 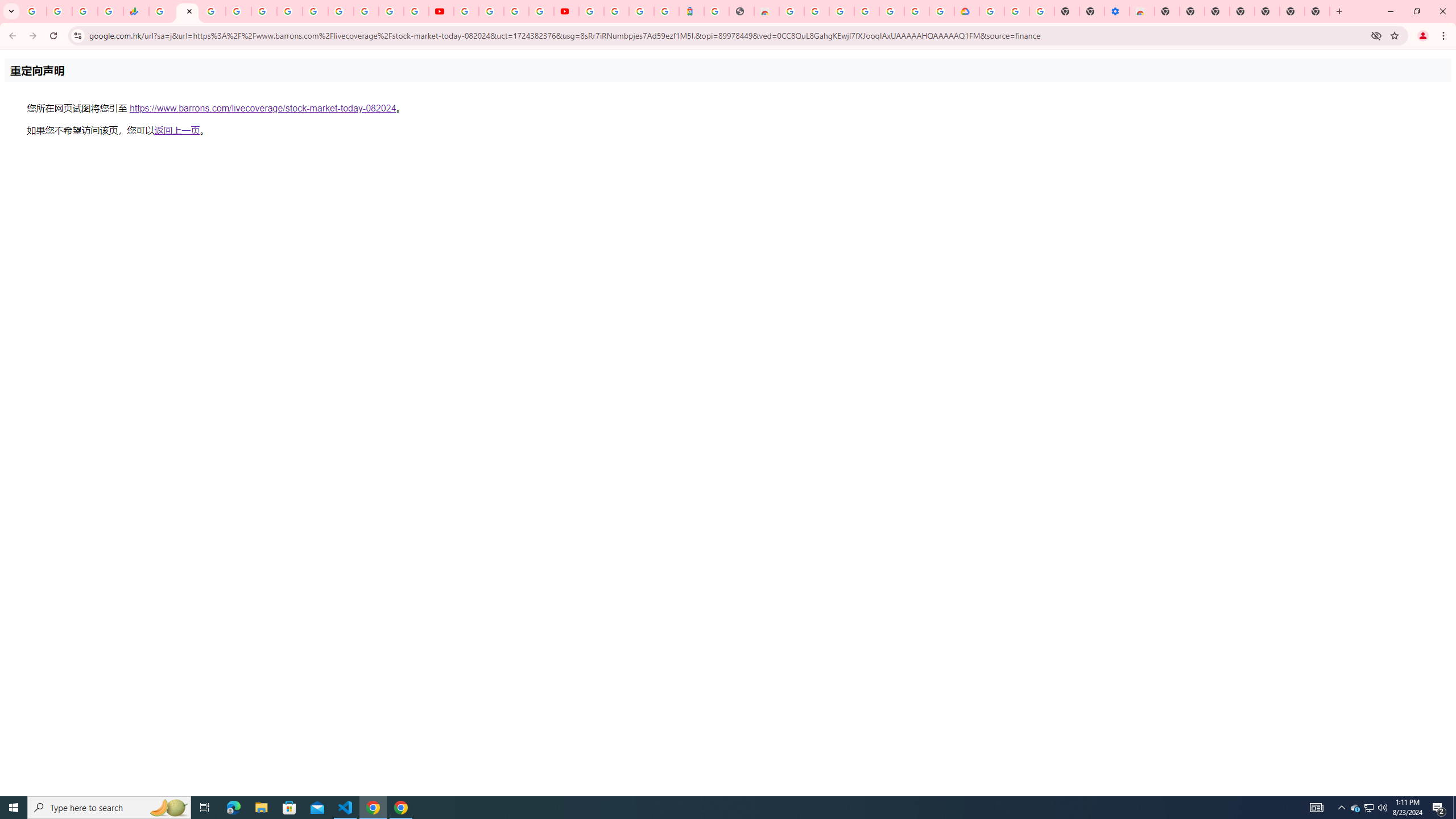 I want to click on 'YouTube', so click(x=440, y=11).